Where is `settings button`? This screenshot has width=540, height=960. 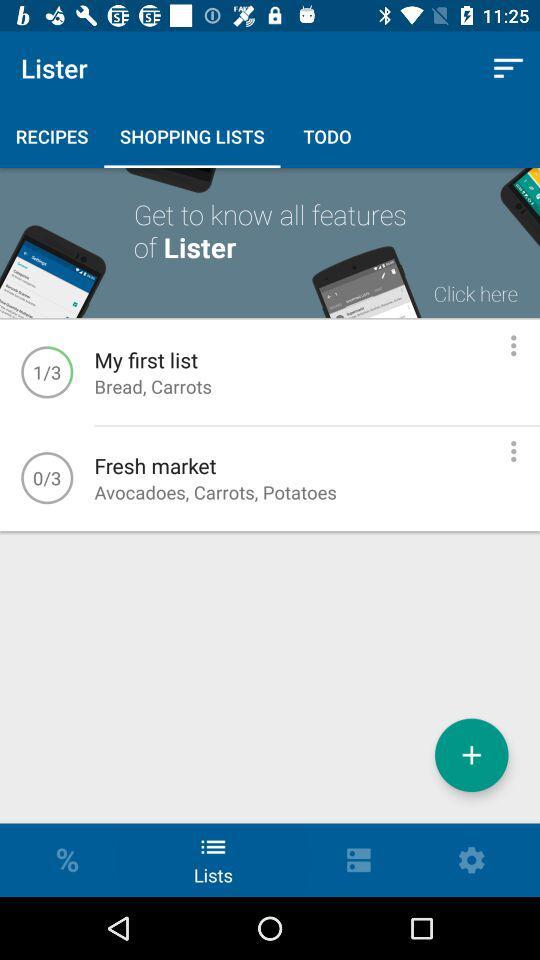
settings button is located at coordinates (513, 451).